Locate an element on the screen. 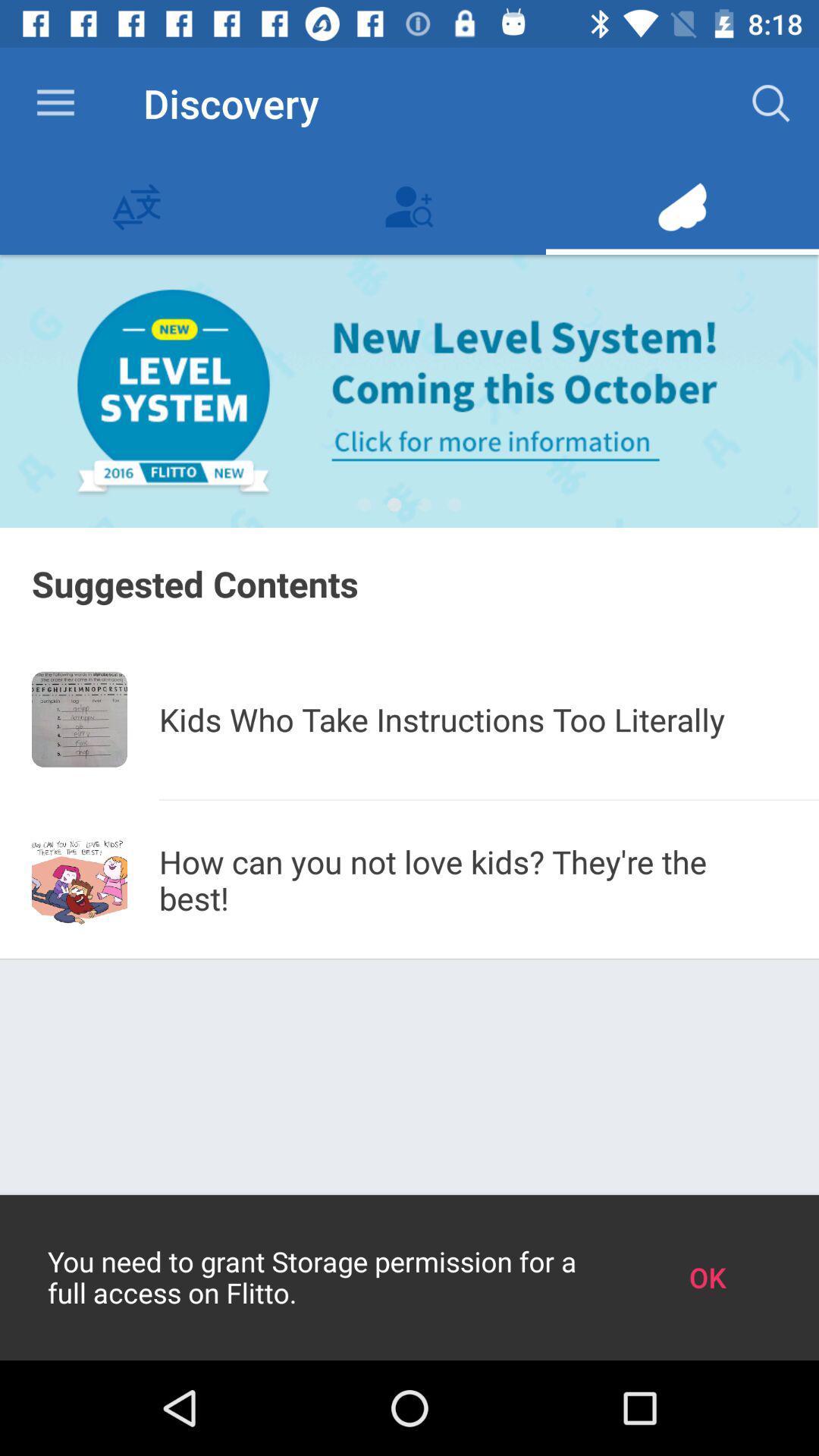 This screenshot has height=1456, width=819. icon above the how can you item is located at coordinates (488, 799).